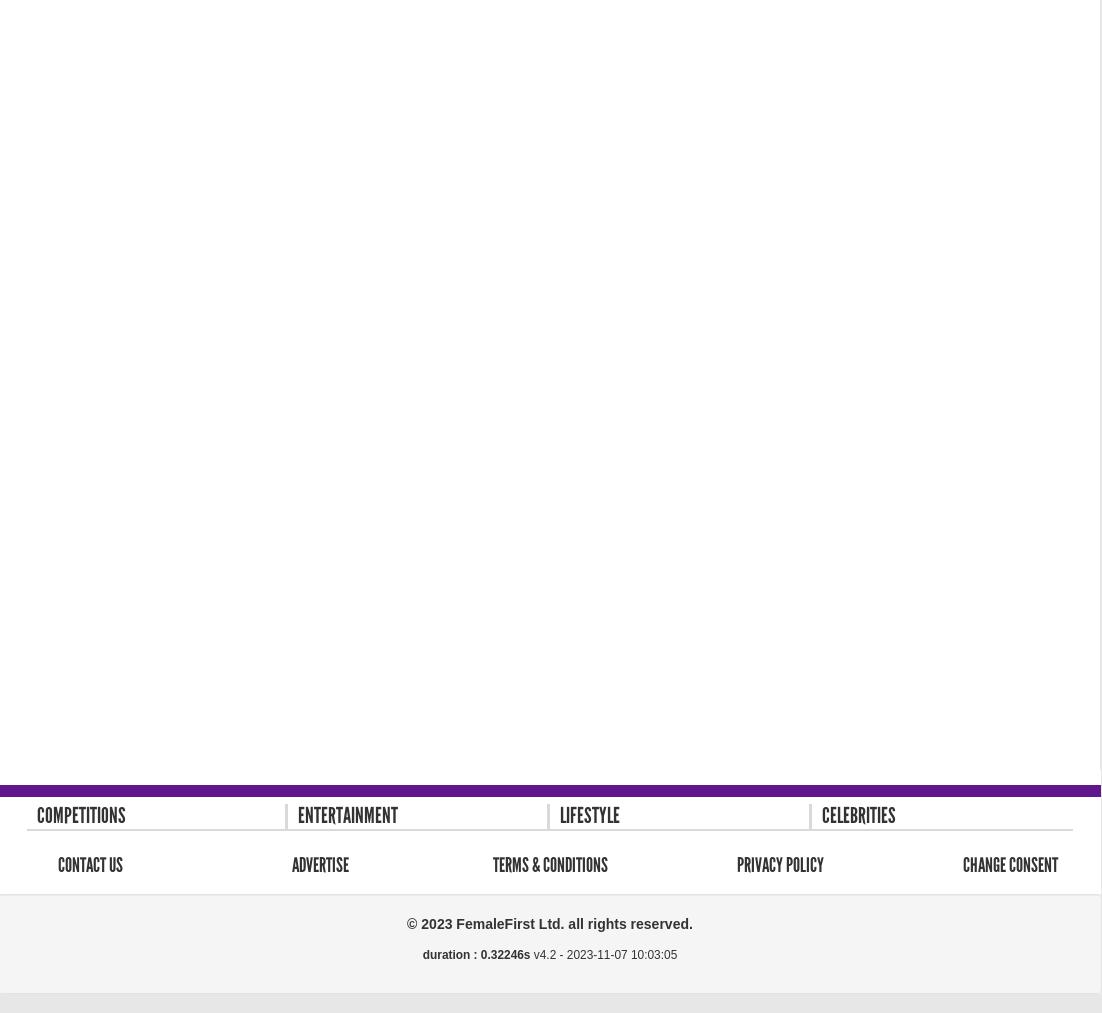 This screenshot has width=1102, height=1013. What do you see at coordinates (474, 954) in the screenshot?
I see `'duration : 0.32246s'` at bounding box center [474, 954].